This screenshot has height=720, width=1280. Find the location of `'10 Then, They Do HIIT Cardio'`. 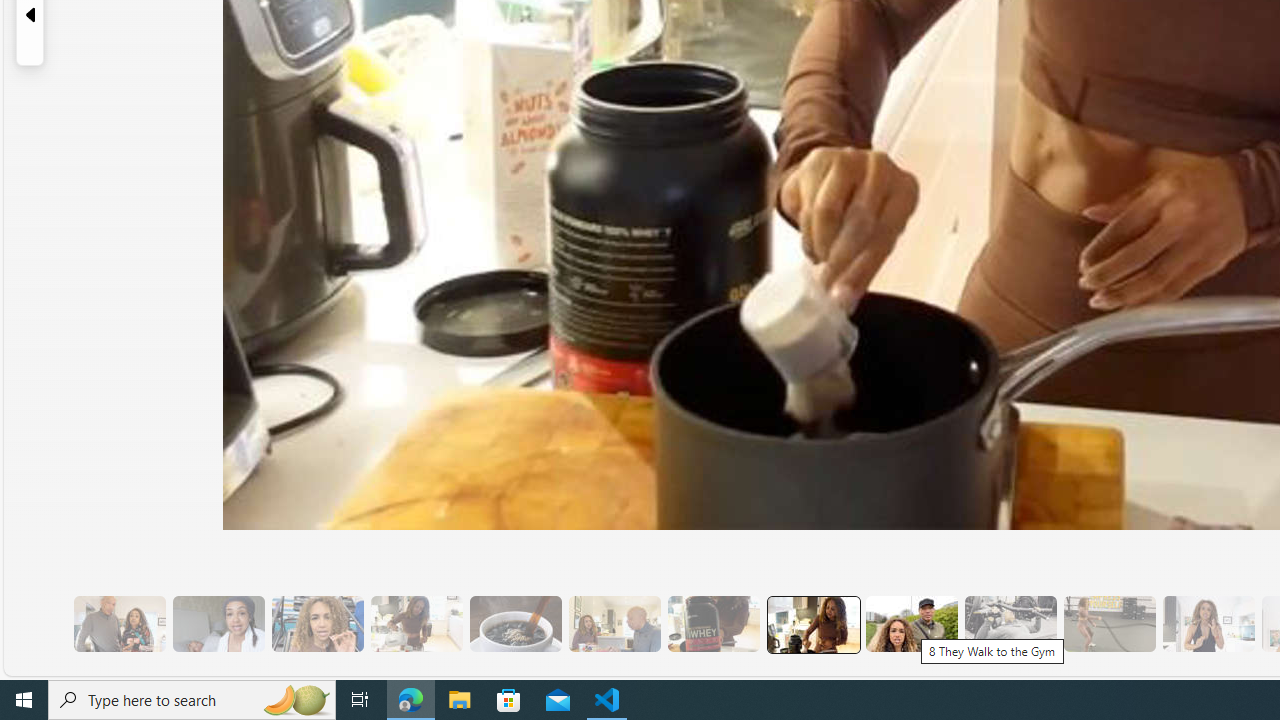

'10 Then, They Do HIIT Cardio' is located at coordinates (1108, 623).